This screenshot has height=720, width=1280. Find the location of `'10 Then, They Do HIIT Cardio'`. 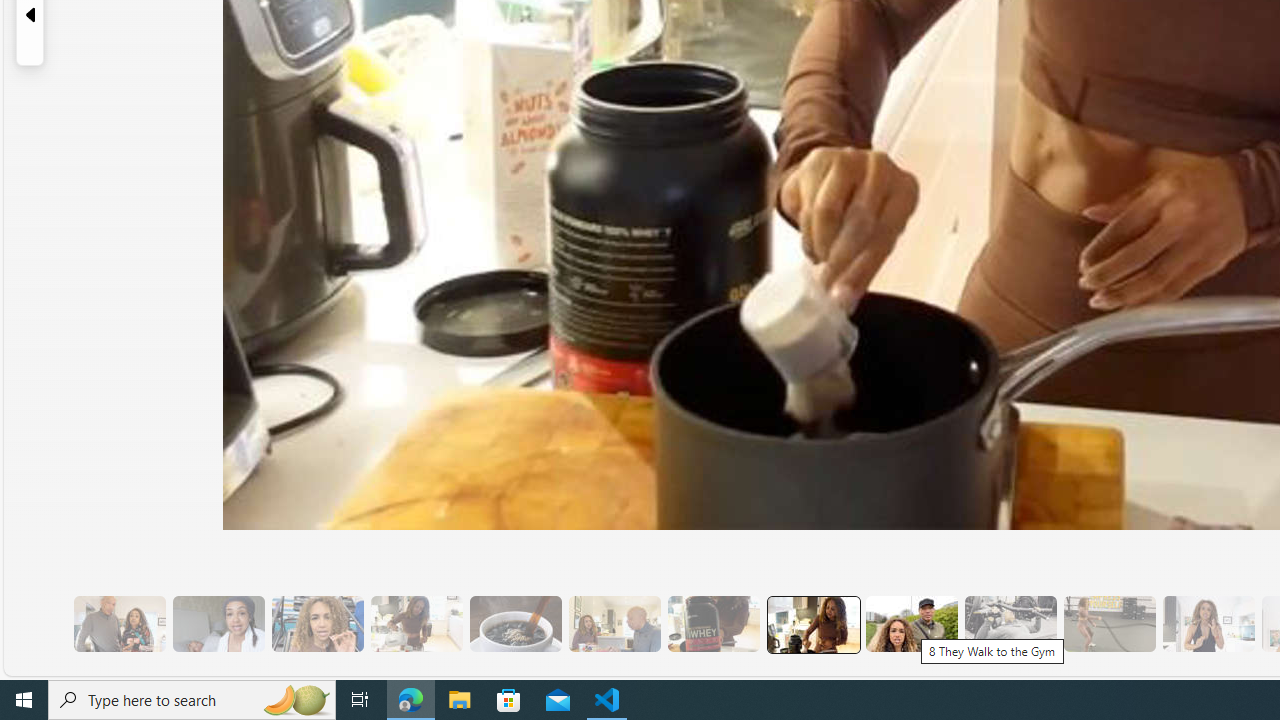

'10 Then, They Do HIIT Cardio' is located at coordinates (1108, 623).